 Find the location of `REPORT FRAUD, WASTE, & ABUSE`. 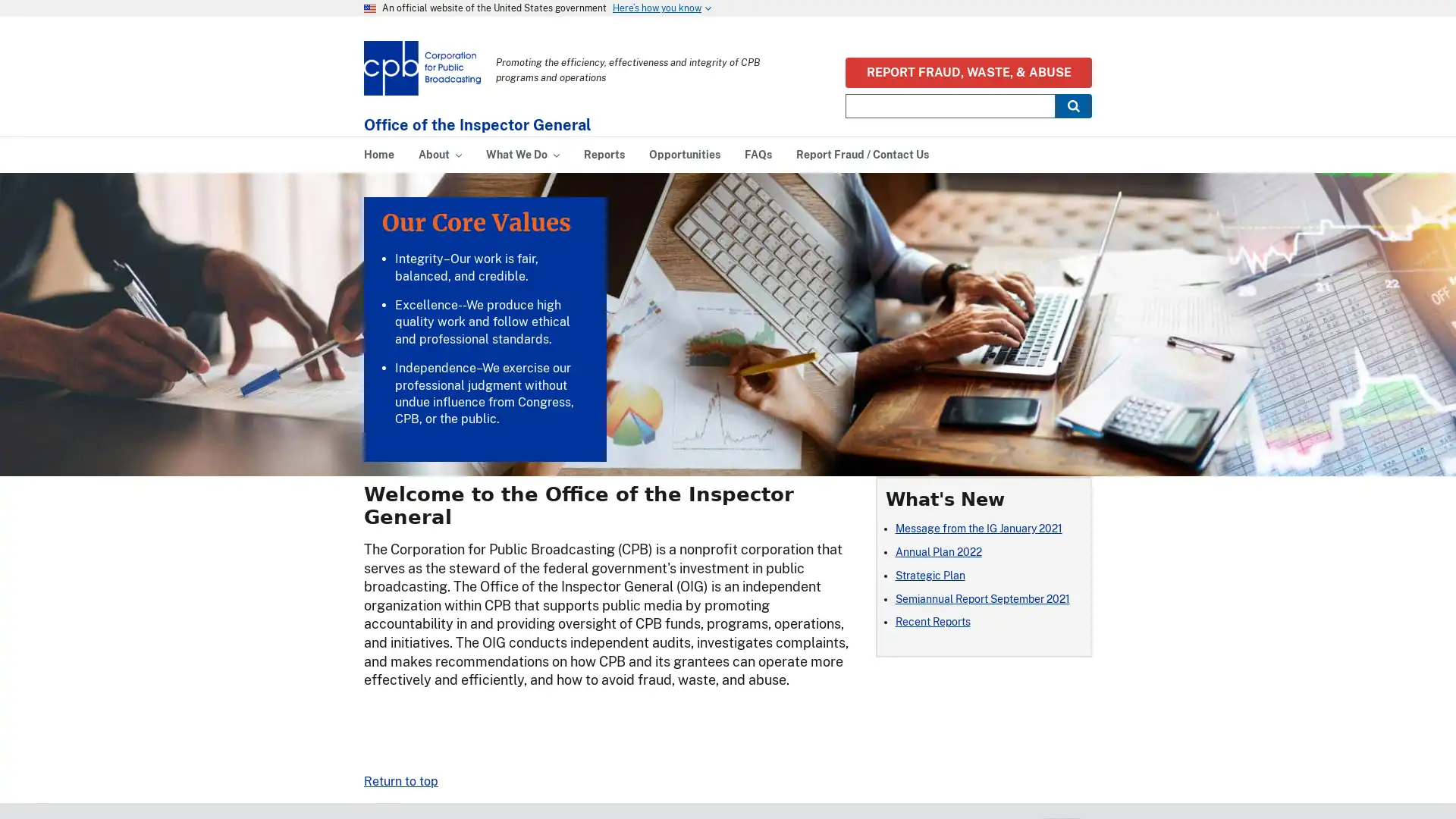

REPORT FRAUD, WASTE, & ABUSE is located at coordinates (968, 72).